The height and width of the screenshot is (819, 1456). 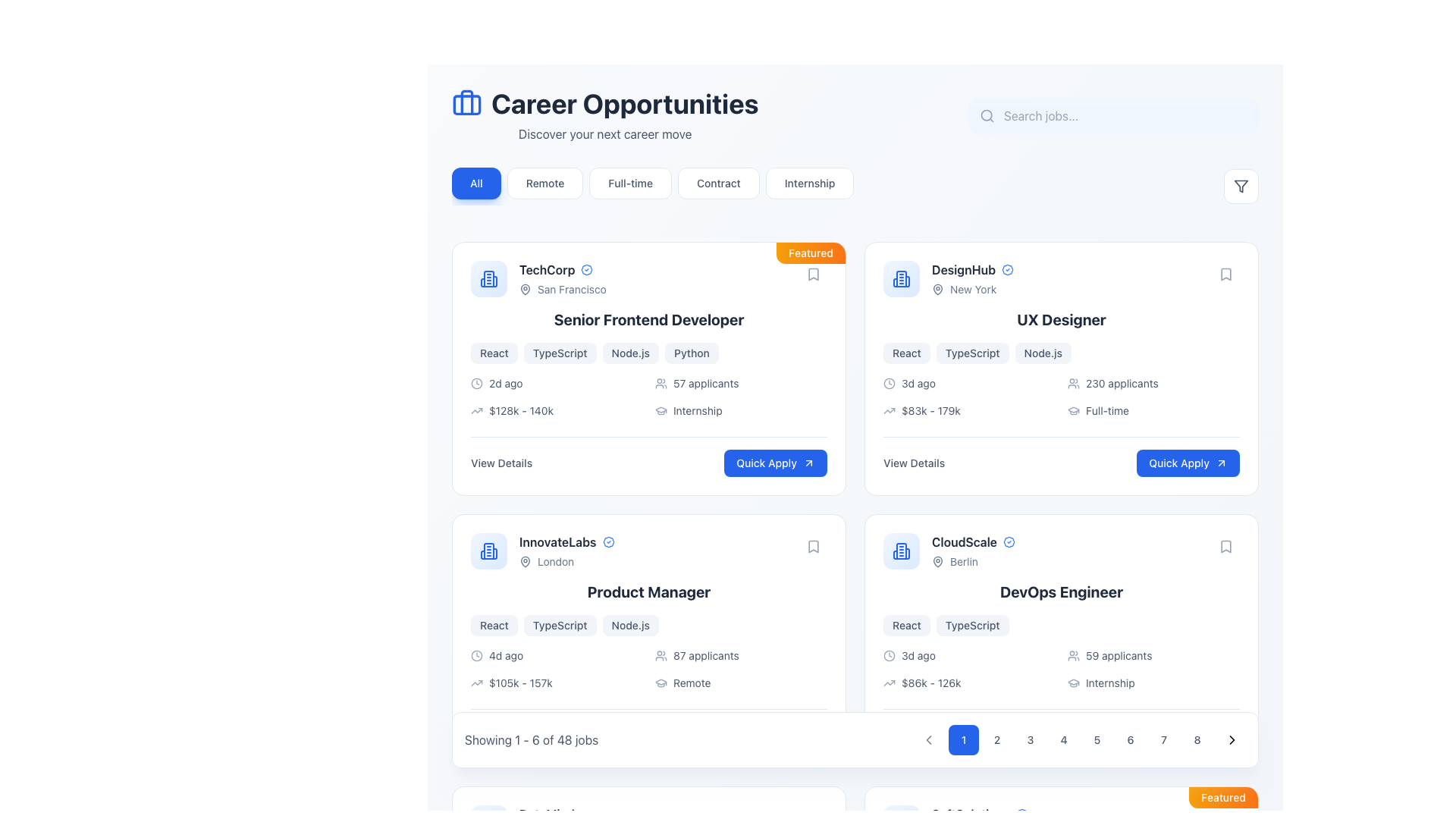 What do you see at coordinates (525, 289) in the screenshot?
I see `the map pin icon located next to the text 'San Francisco' in the job posting card, which indicates the geographic location of the job` at bounding box center [525, 289].